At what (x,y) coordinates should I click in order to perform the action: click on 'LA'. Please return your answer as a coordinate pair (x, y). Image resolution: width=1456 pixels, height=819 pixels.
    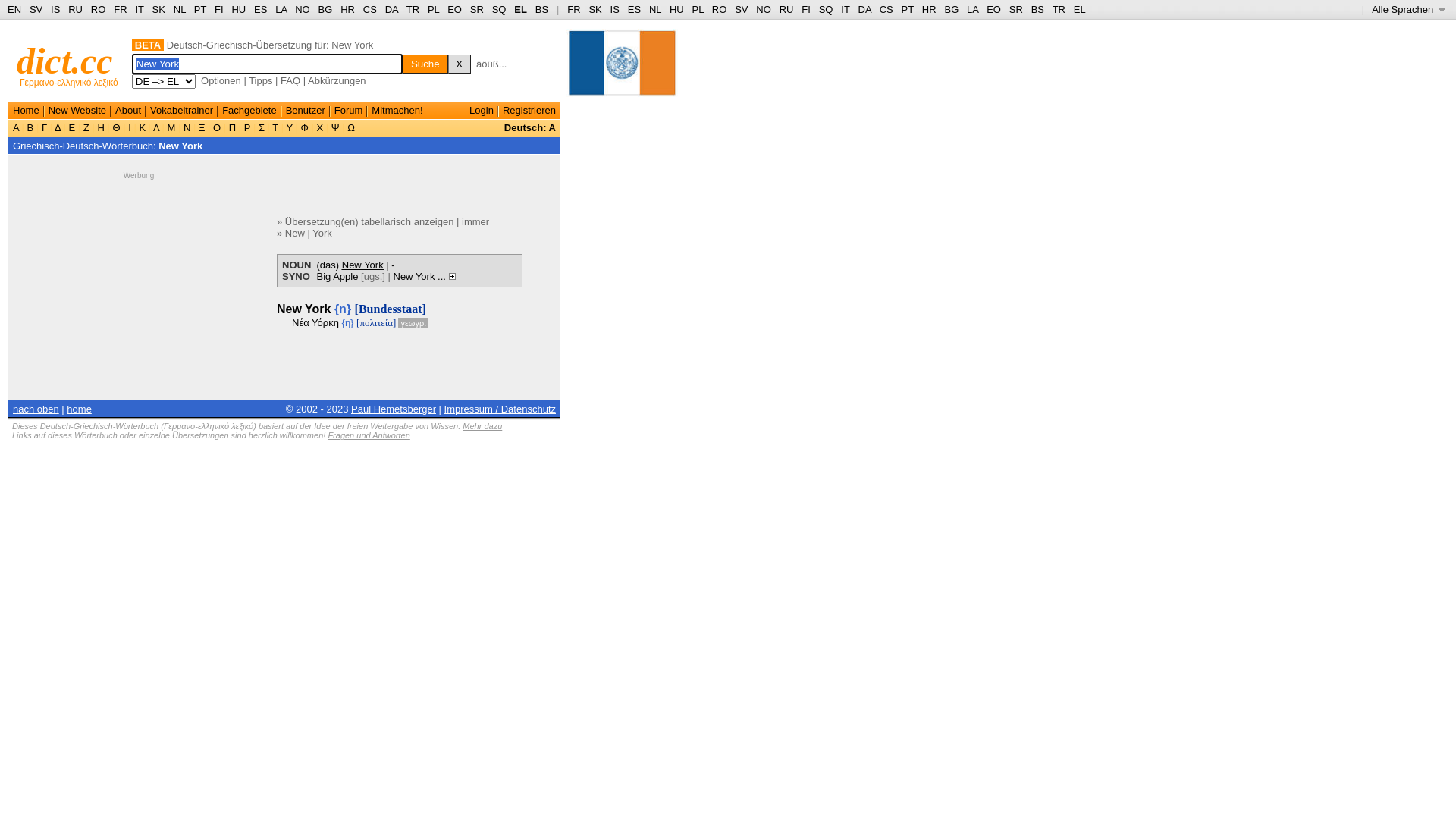
    Looking at the image, I should click on (966, 9).